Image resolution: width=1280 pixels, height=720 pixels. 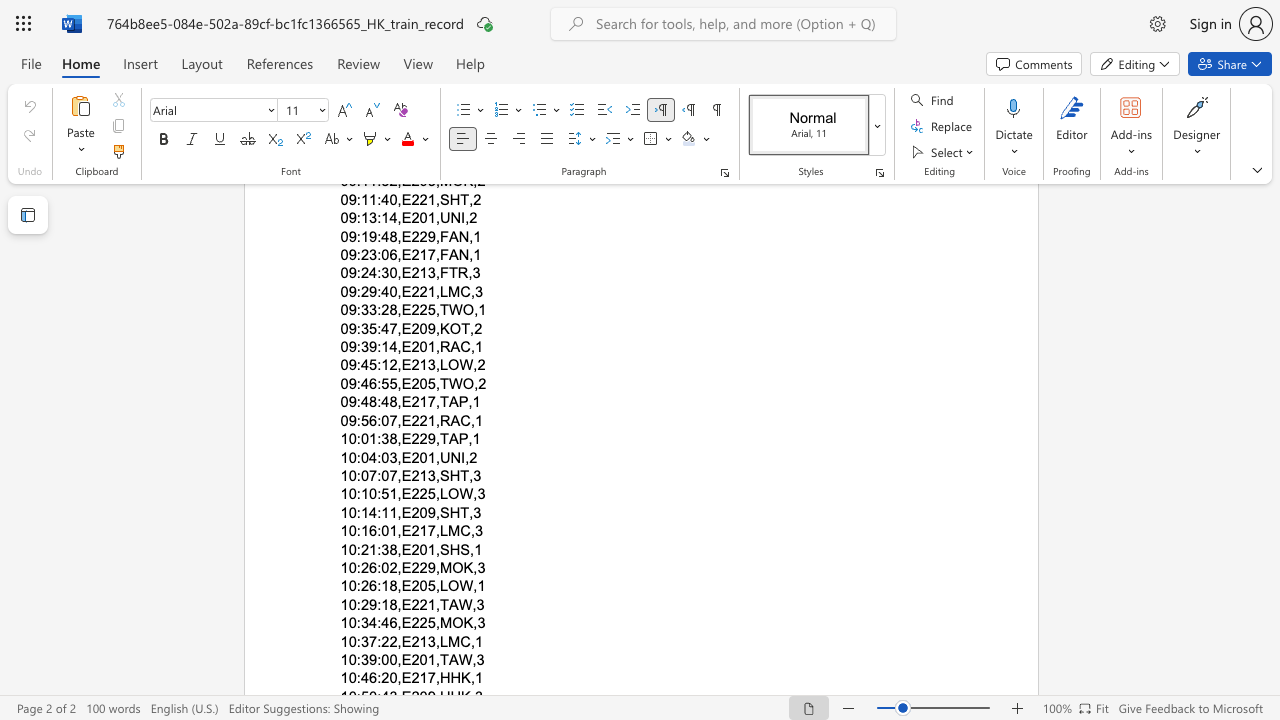 I want to click on the space between the continuous character "1" and ":" in the text, so click(x=376, y=438).